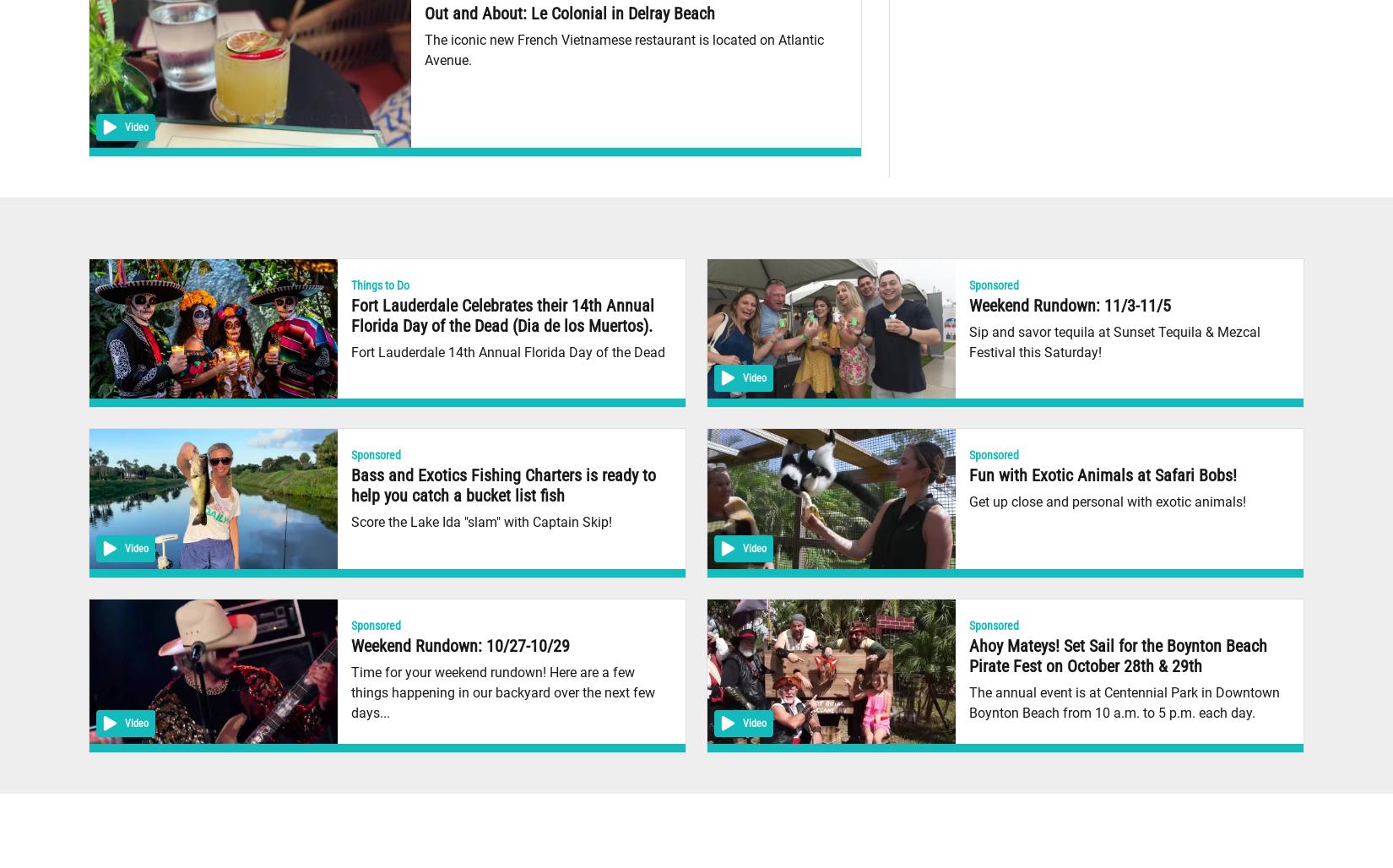  I want to click on 'Out and About: Le Colonial in Delray Beach', so click(568, 13).